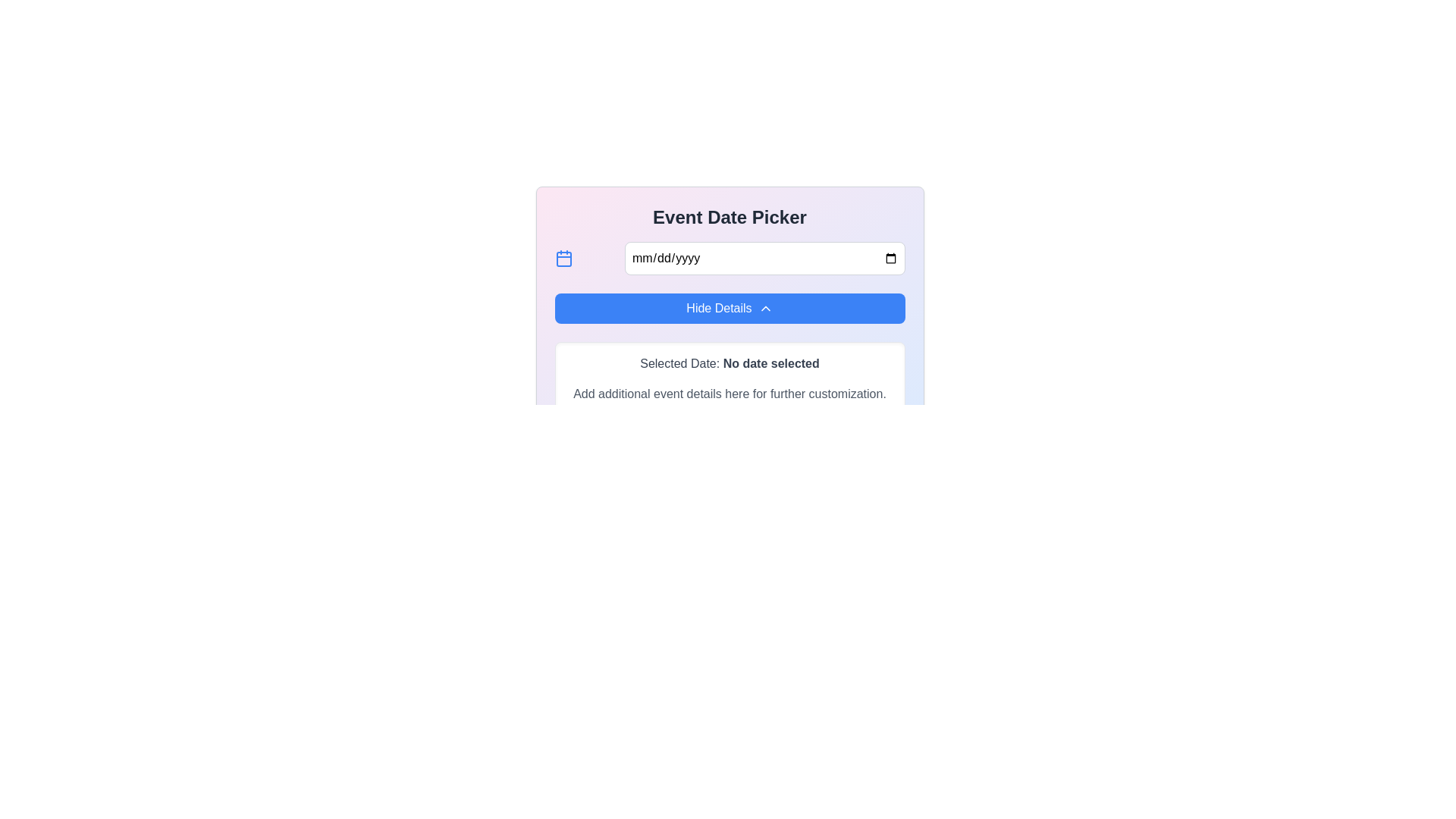  I want to click on the text display element reading 'Selected Date: No date selected', so click(730, 363).